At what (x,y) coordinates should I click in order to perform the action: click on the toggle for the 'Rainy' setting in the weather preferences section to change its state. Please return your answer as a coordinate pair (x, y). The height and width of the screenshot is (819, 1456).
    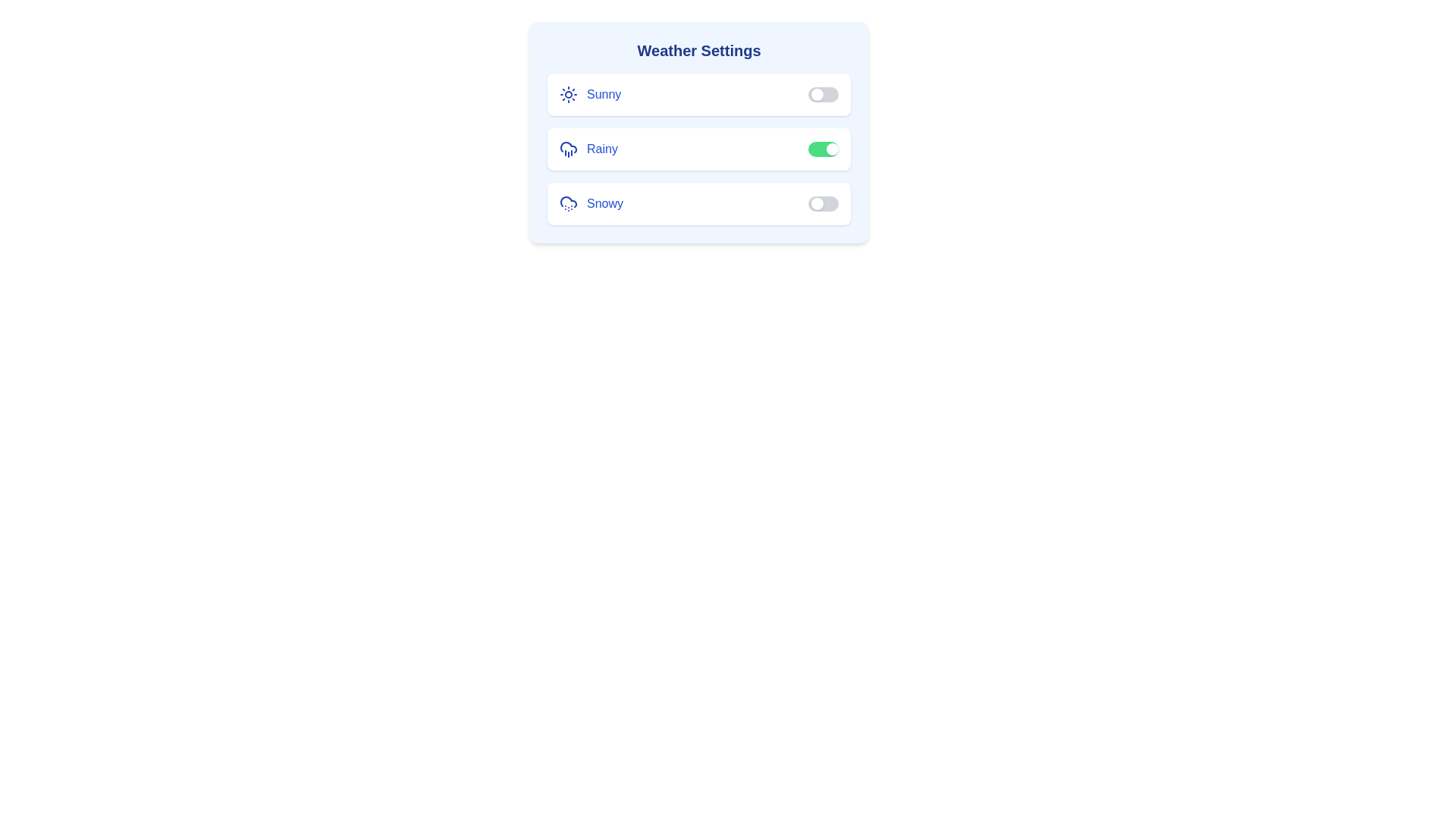
    Looking at the image, I should click on (698, 149).